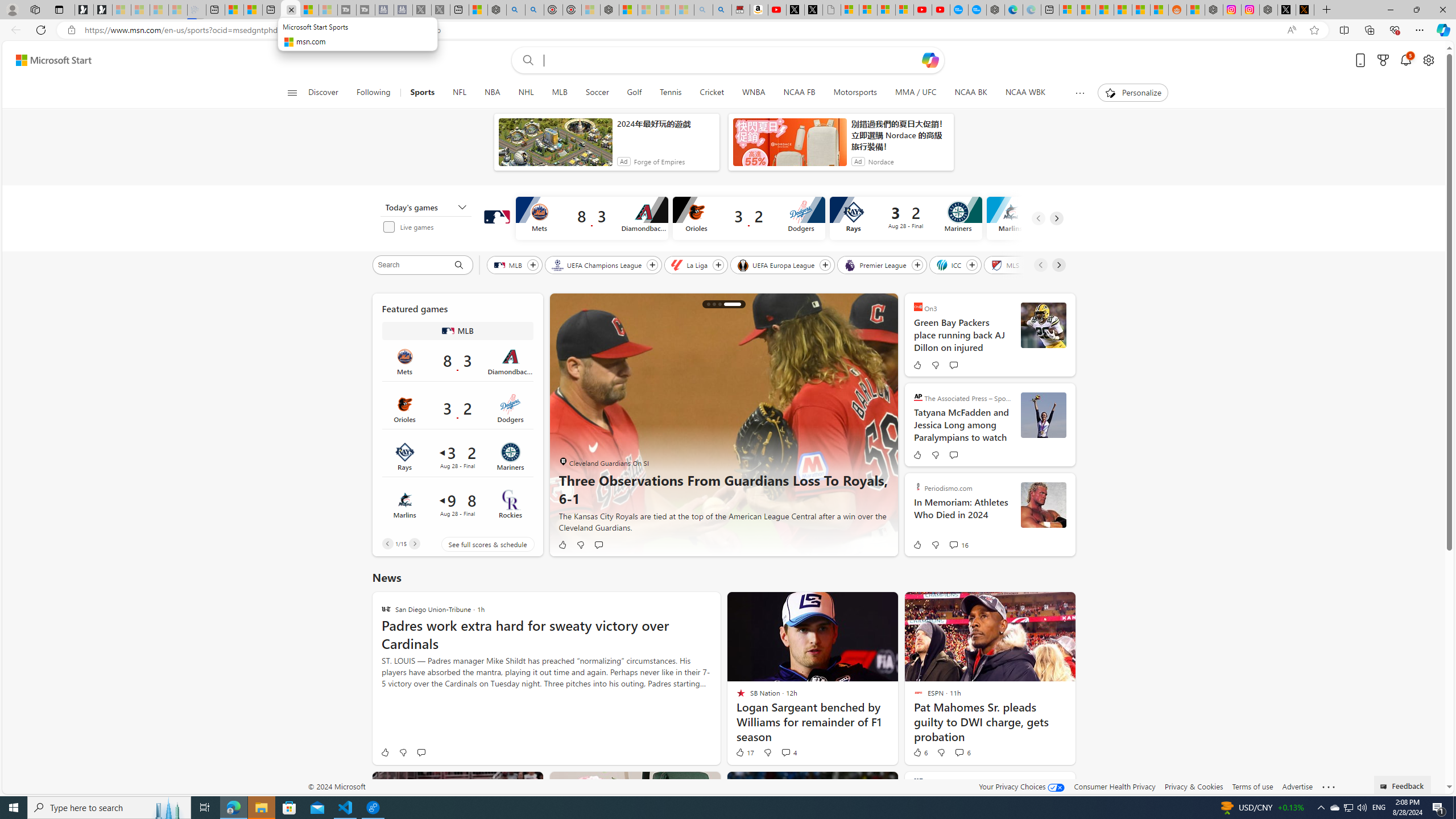  What do you see at coordinates (723, 424) in the screenshot?
I see `'Three Observations From Guardians Loss To Royals, 6-1</img'` at bounding box center [723, 424].